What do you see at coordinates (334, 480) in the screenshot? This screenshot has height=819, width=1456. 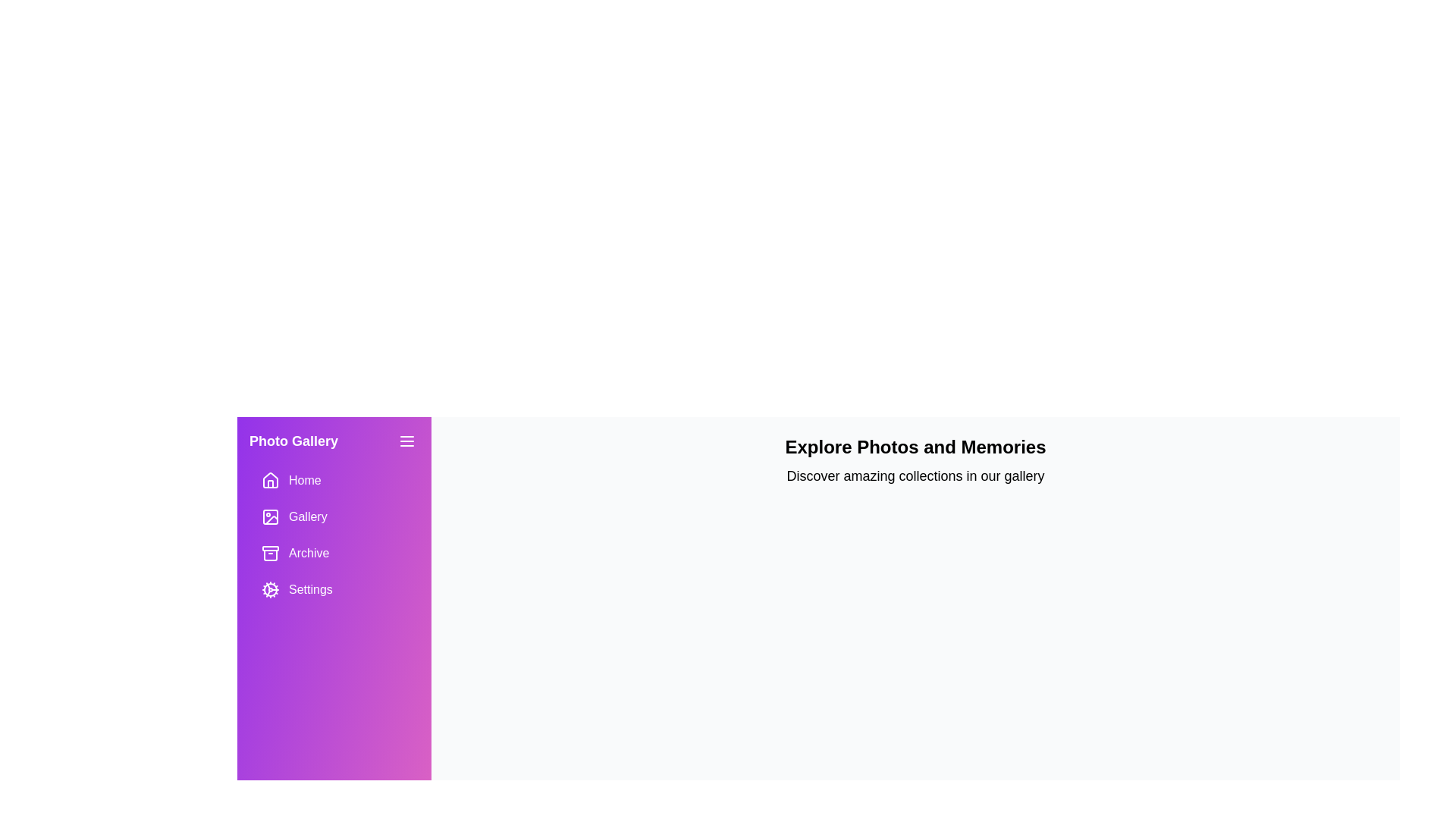 I see `the menu item Home to navigate to its corresponding section` at bounding box center [334, 480].